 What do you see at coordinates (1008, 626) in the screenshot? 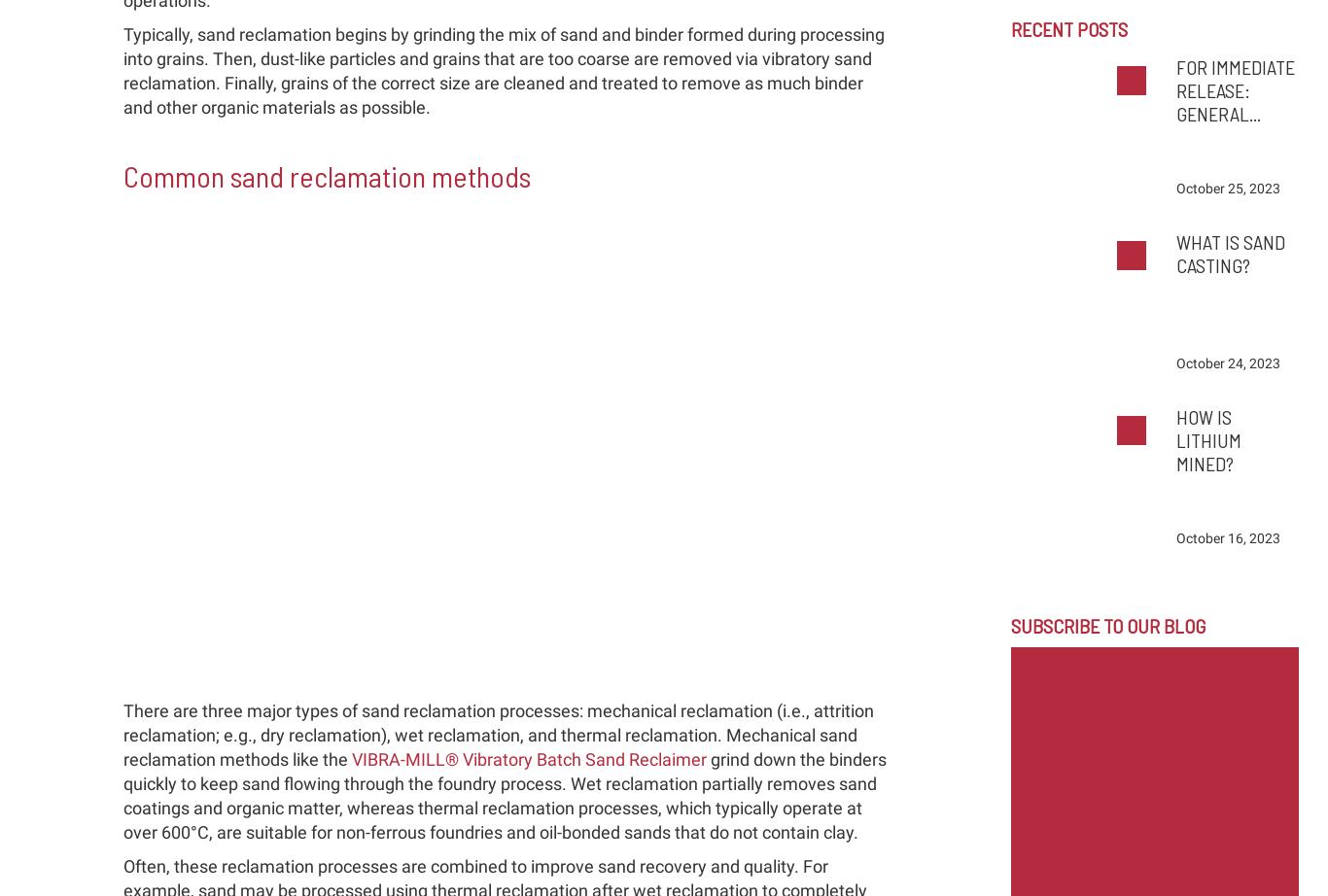
I see `'Subscribe to our blog'` at bounding box center [1008, 626].